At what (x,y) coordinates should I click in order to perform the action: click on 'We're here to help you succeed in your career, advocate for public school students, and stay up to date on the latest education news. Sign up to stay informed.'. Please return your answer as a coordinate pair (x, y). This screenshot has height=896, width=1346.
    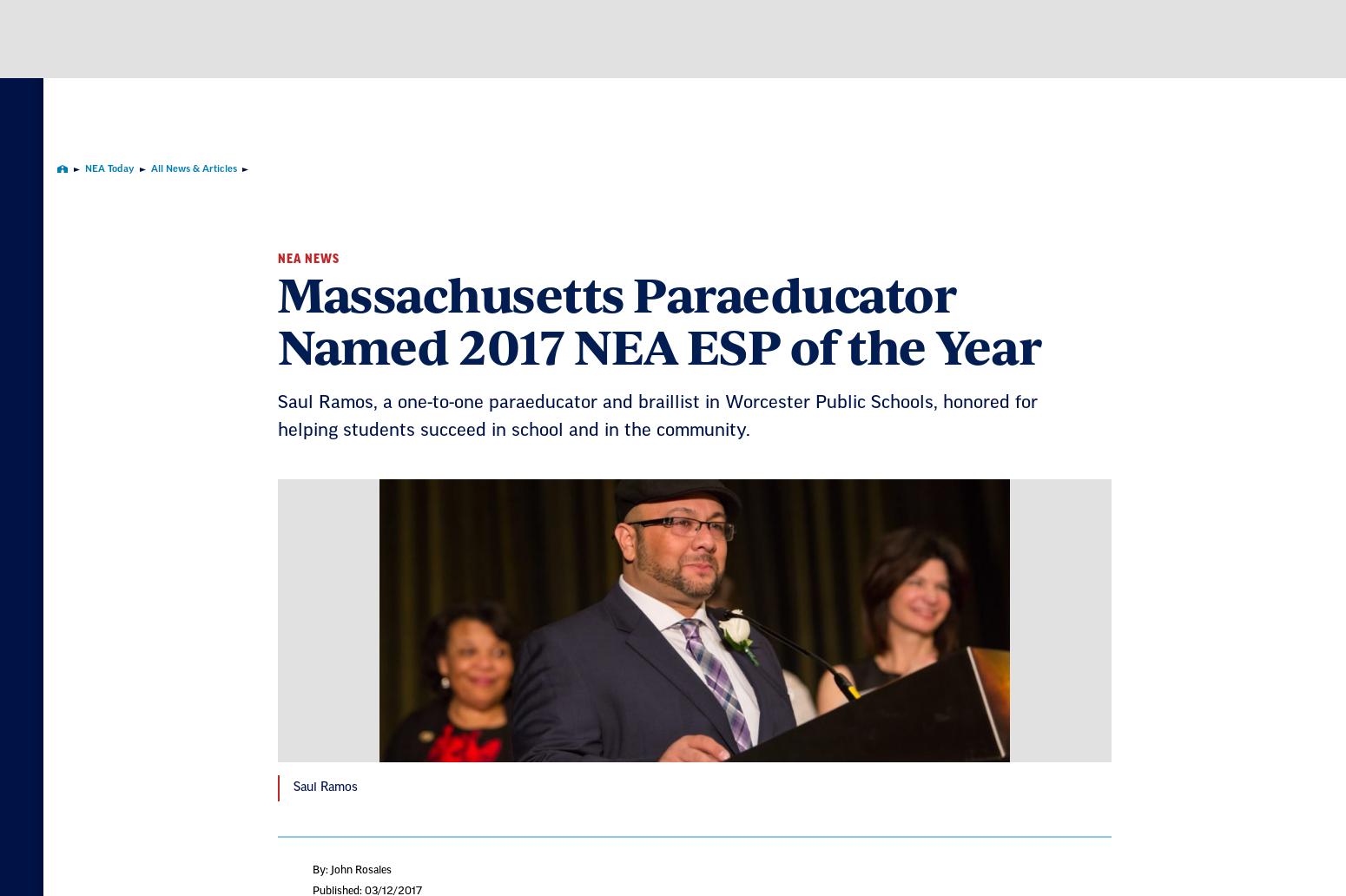
    Looking at the image, I should click on (815, 732).